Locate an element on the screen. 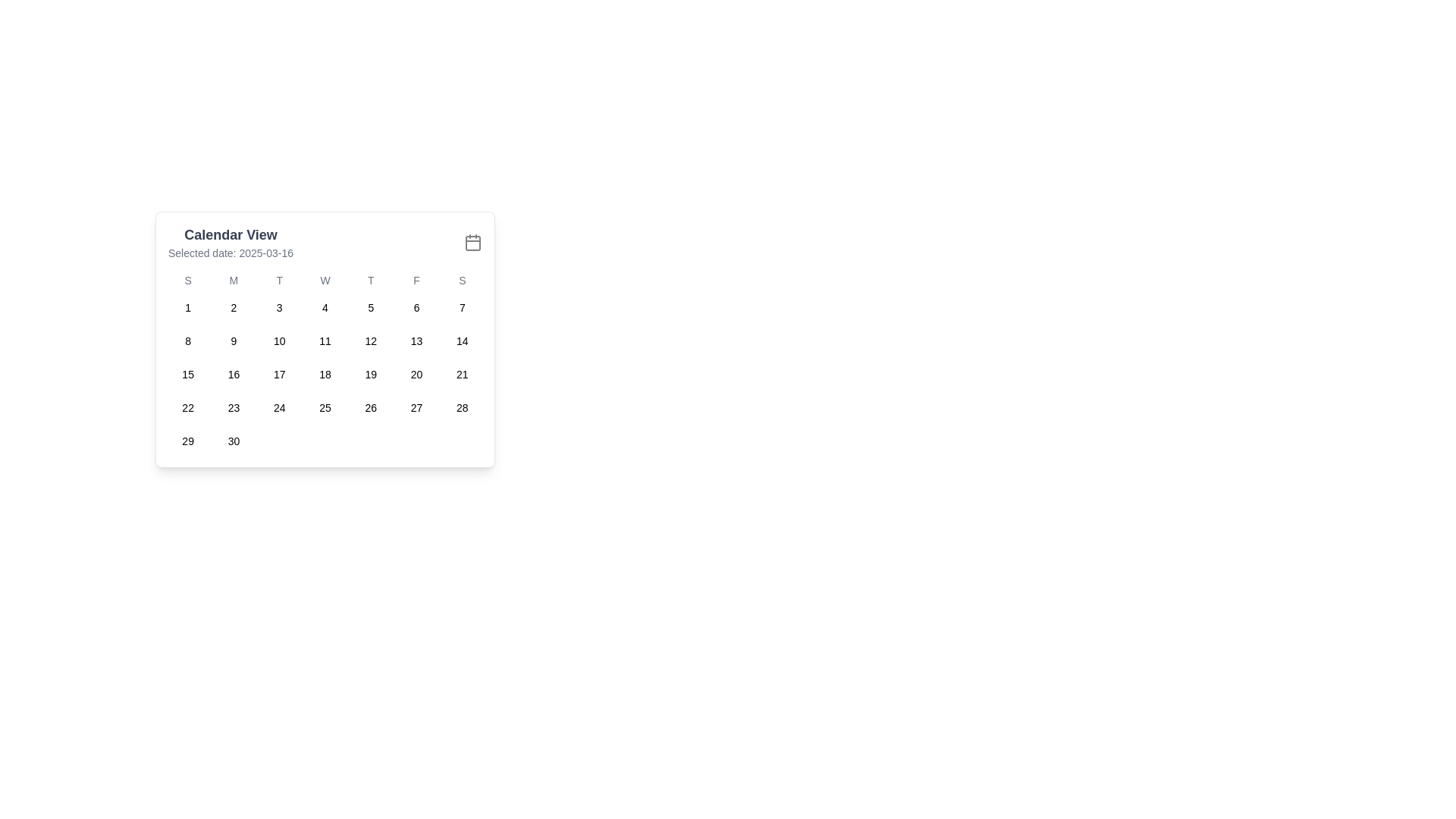 This screenshot has width=1456, height=819. the calendar icon located in the top-right corner of the 'Calendar View' block, which features a gray stroke with a rectangular body and rounded corners is located at coordinates (472, 242).